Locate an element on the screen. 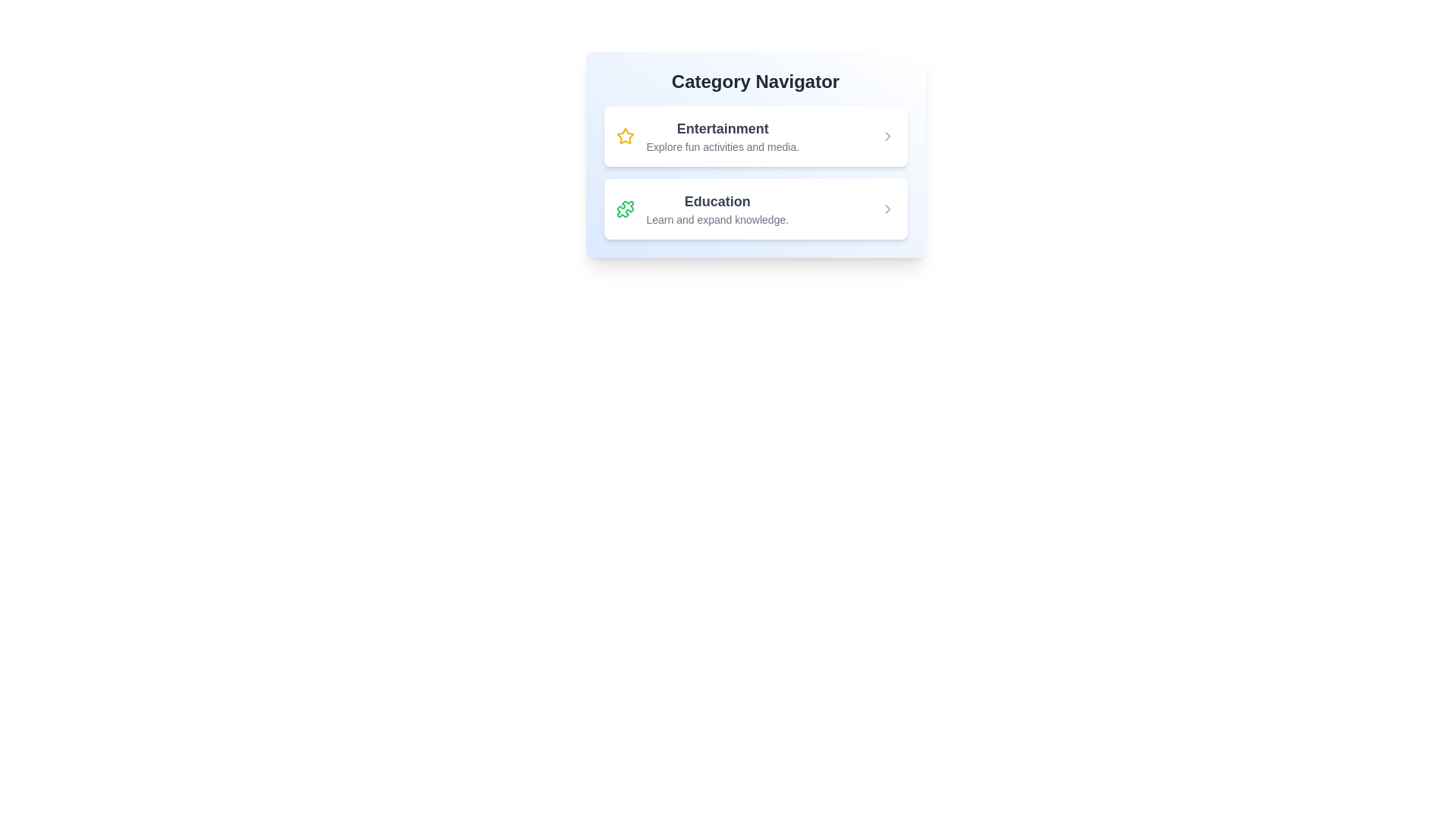 This screenshot has height=819, width=1456. the star icon with a yellow border located in the top left corner of the 'Entertainment' card in the Category Navigator section is located at coordinates (625, 135).